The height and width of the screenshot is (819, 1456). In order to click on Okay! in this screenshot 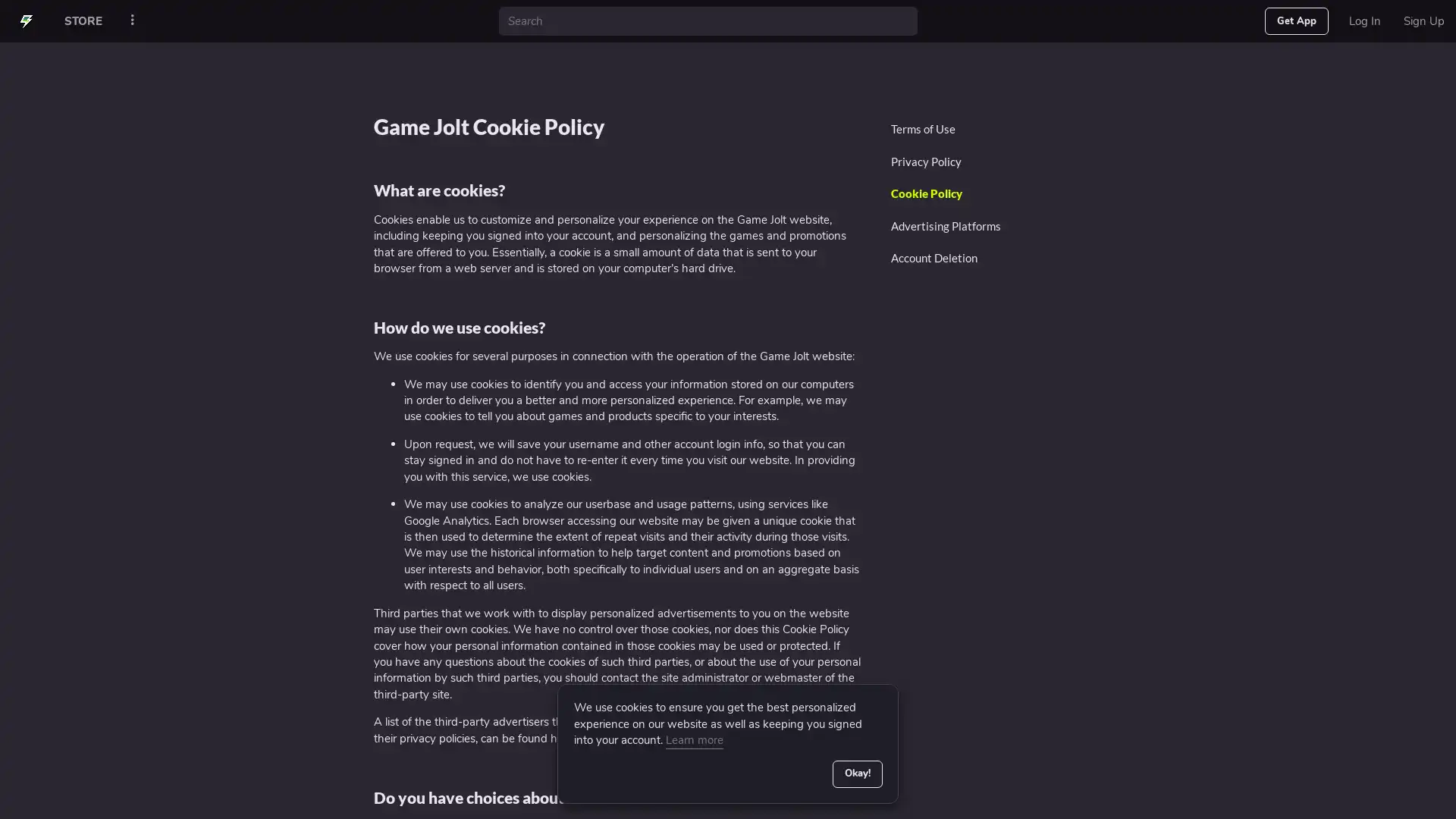, I will do `click(856, 773)`.